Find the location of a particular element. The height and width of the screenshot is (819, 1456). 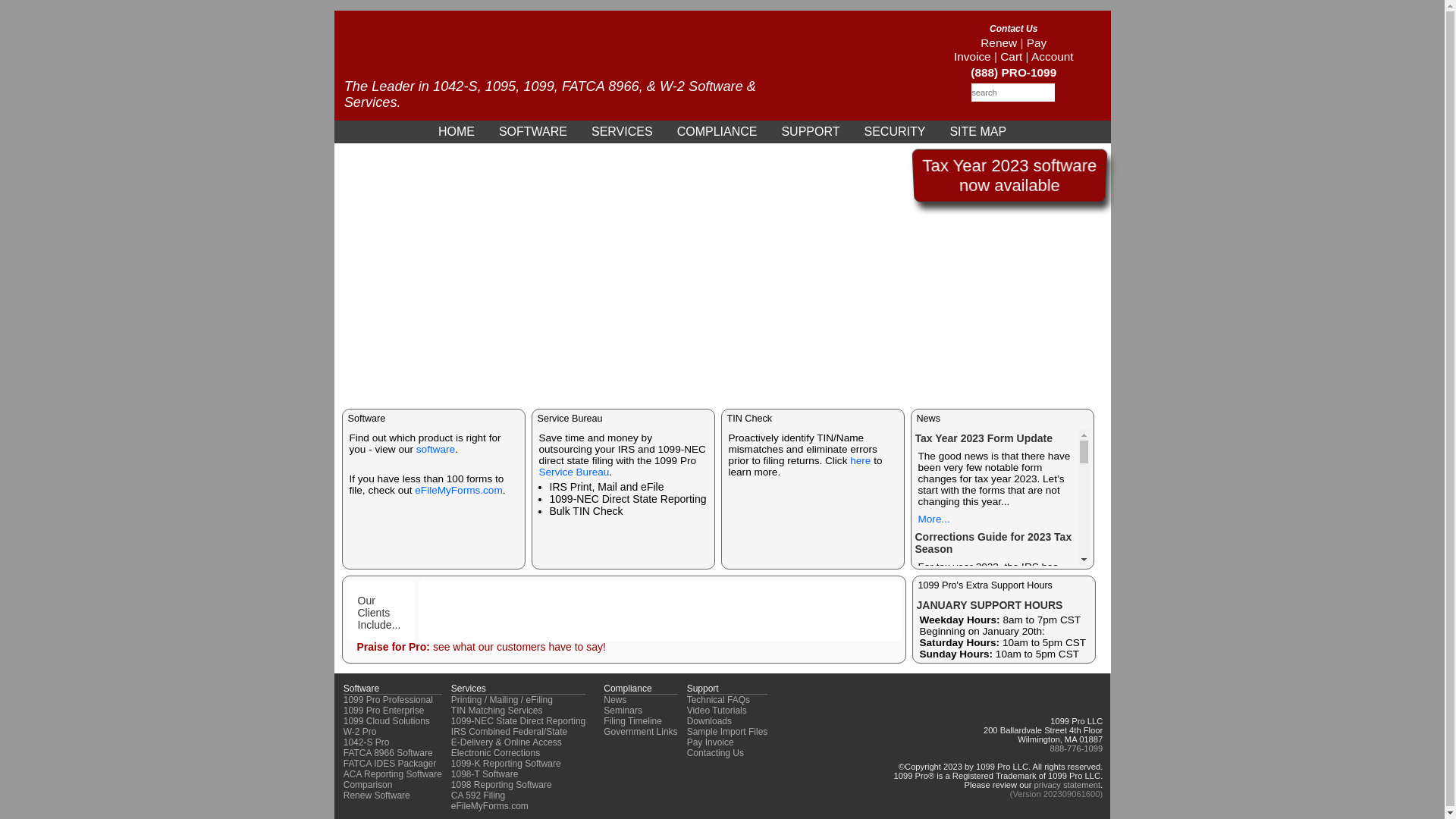

'1098-T Software' is located at coordinates (484, 774).